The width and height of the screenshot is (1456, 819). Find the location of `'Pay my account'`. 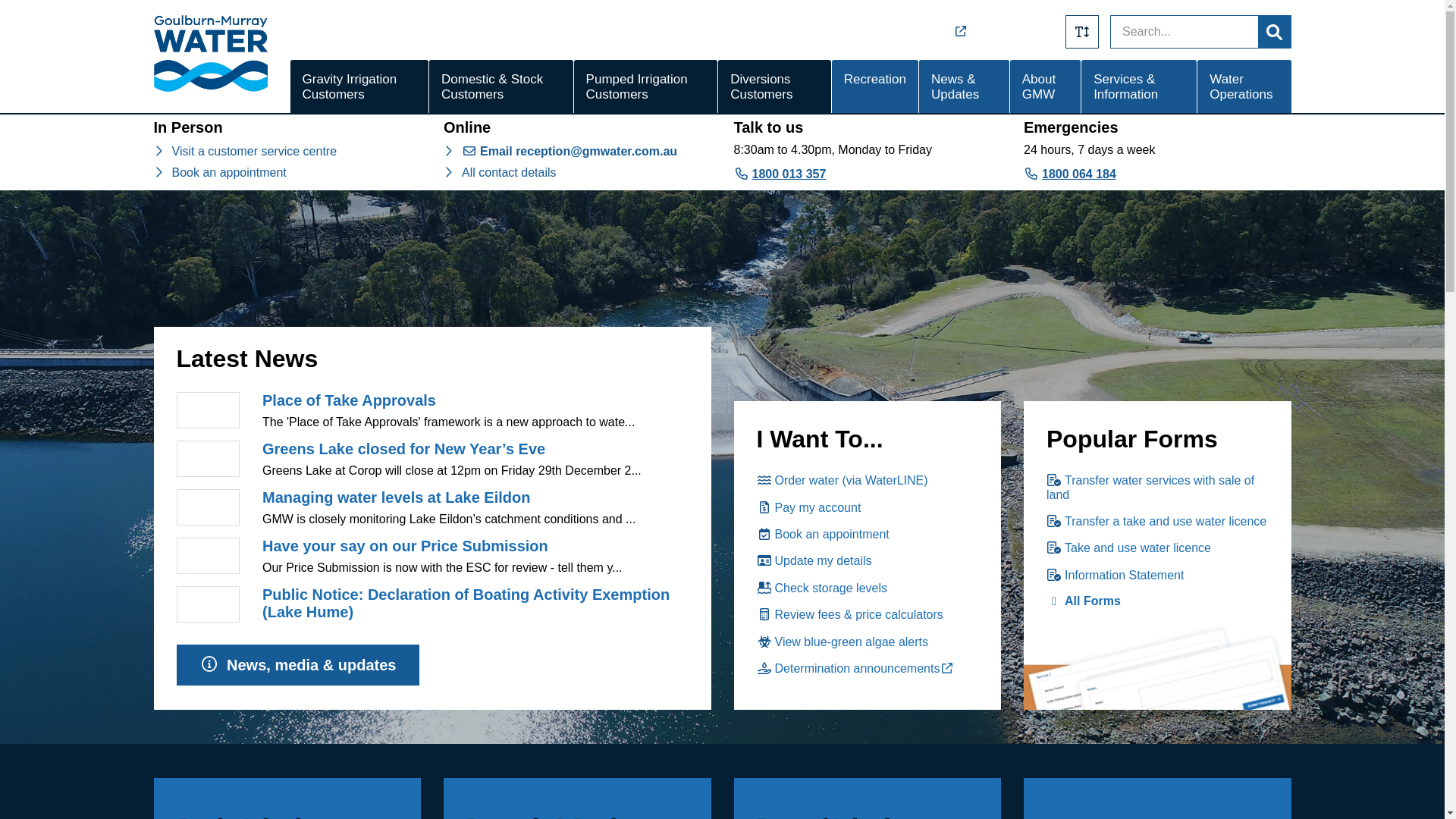

'Pay my account' is located at coordinates (808, 507).